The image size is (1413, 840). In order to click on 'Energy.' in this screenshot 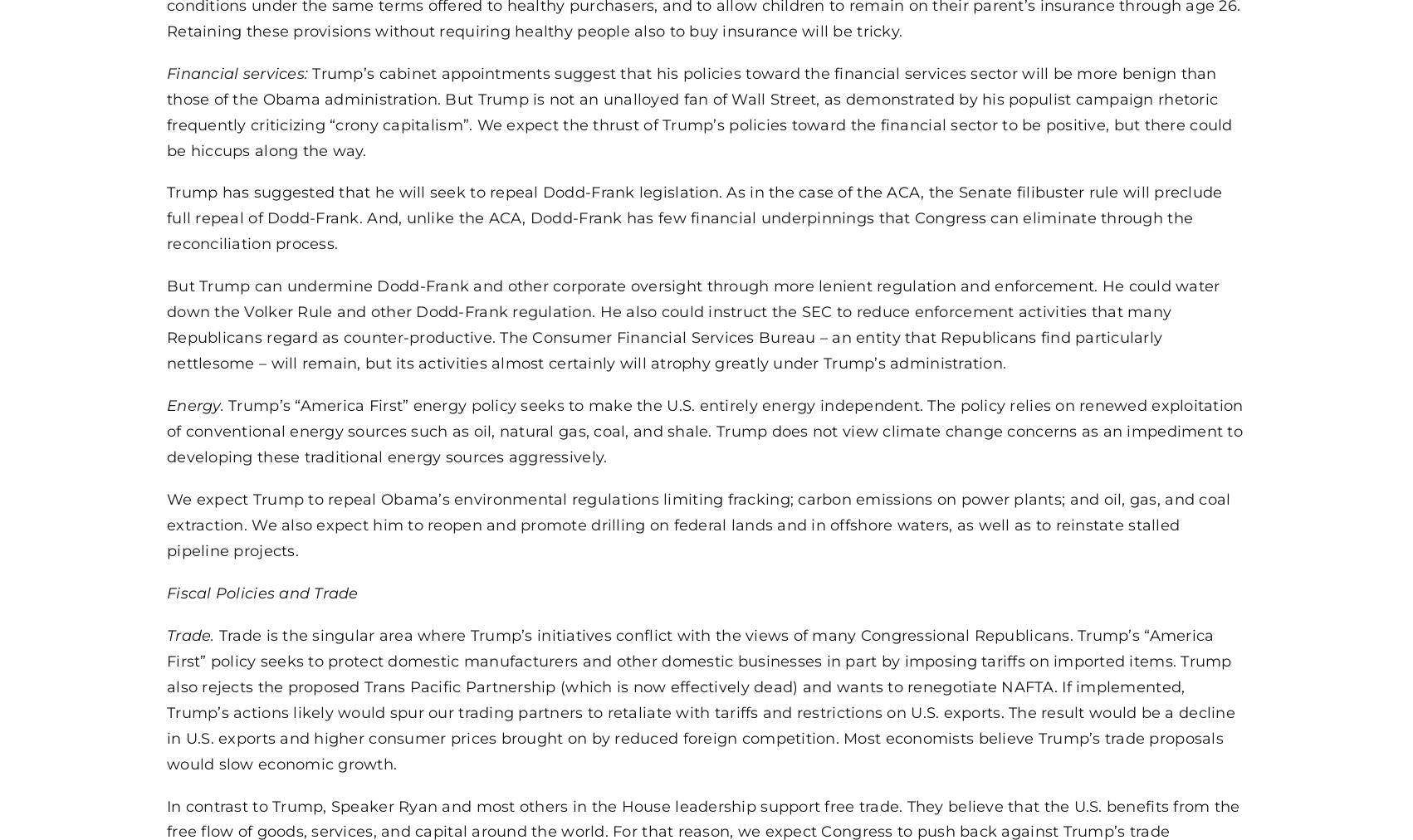, I will do `click(196, 404)`.